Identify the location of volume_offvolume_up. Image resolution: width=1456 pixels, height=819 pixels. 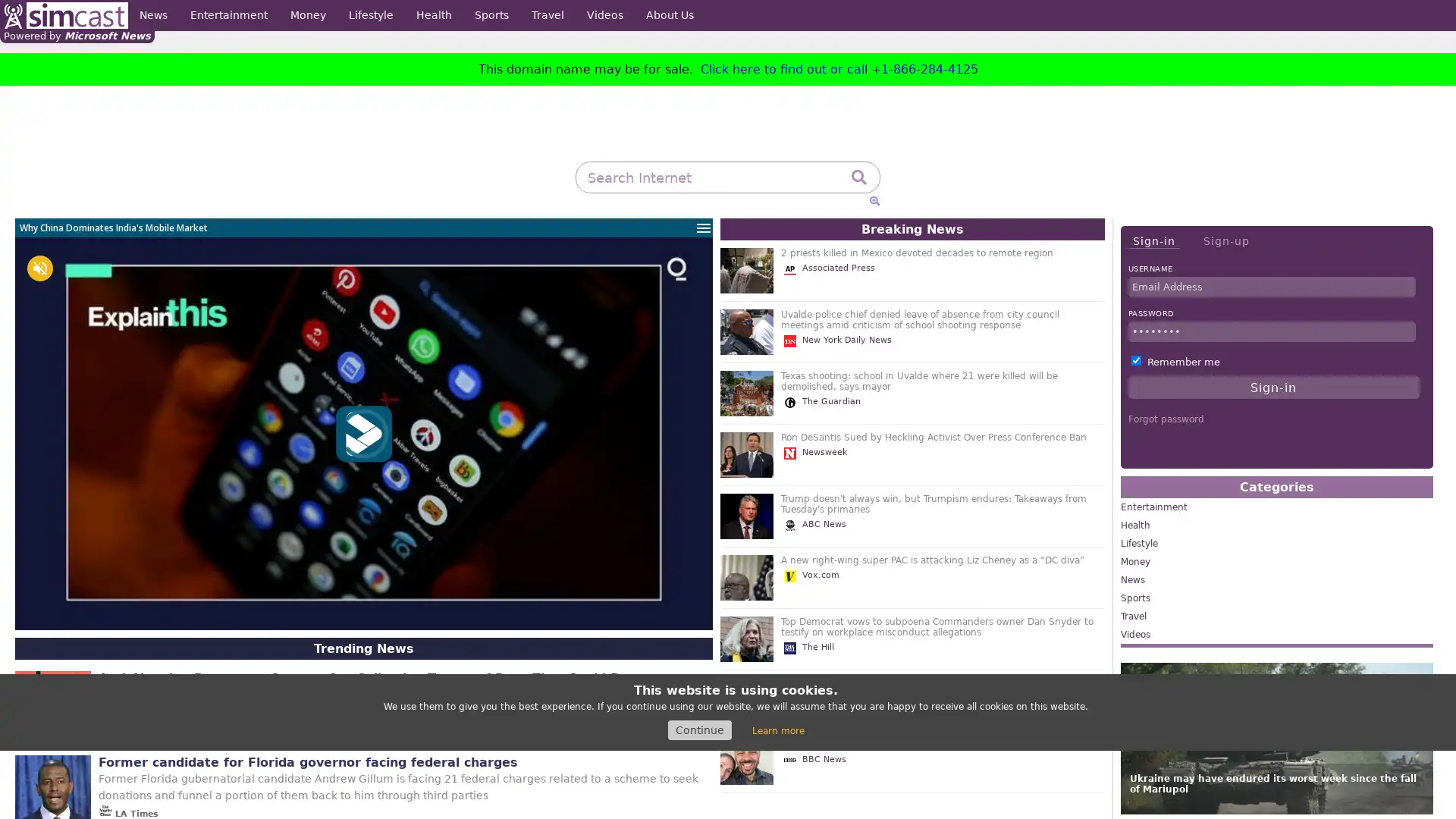
(39, 268).